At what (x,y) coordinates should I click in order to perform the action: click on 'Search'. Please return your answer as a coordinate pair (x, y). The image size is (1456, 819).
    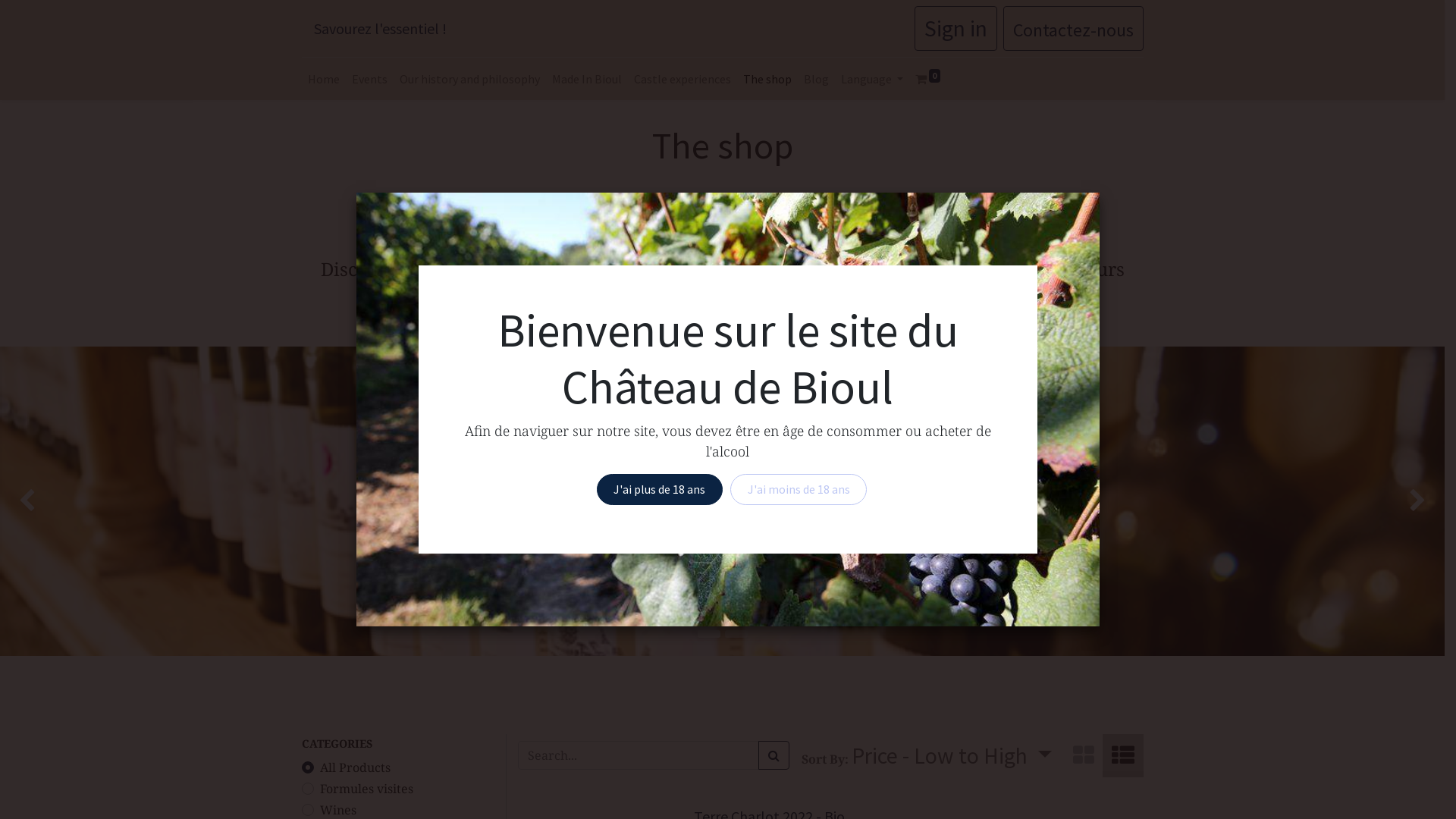
    Looking at the image, I should click on (773, 755).